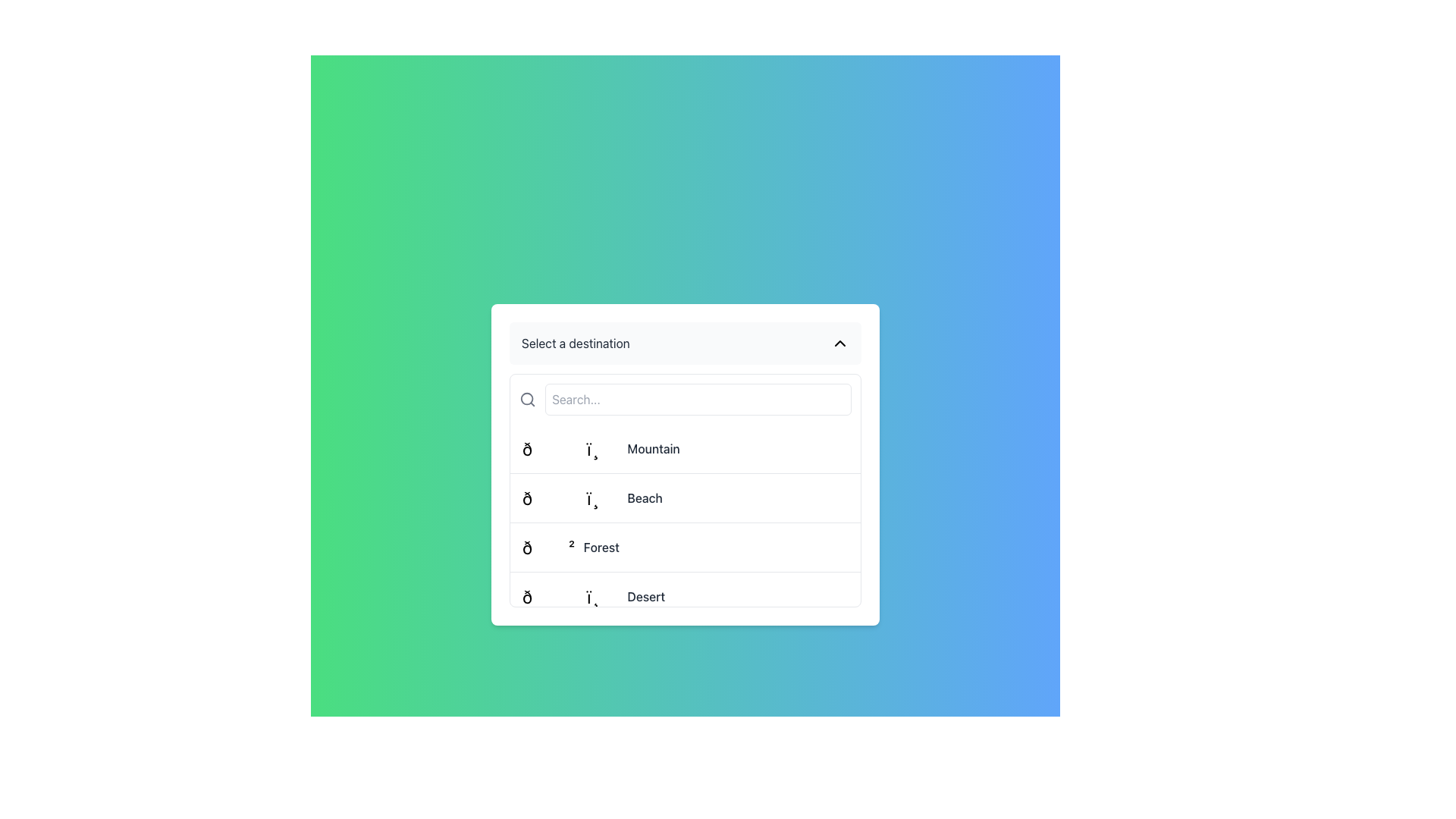  I want to click on the second list item labeled 'Beach', so click(684, 514).